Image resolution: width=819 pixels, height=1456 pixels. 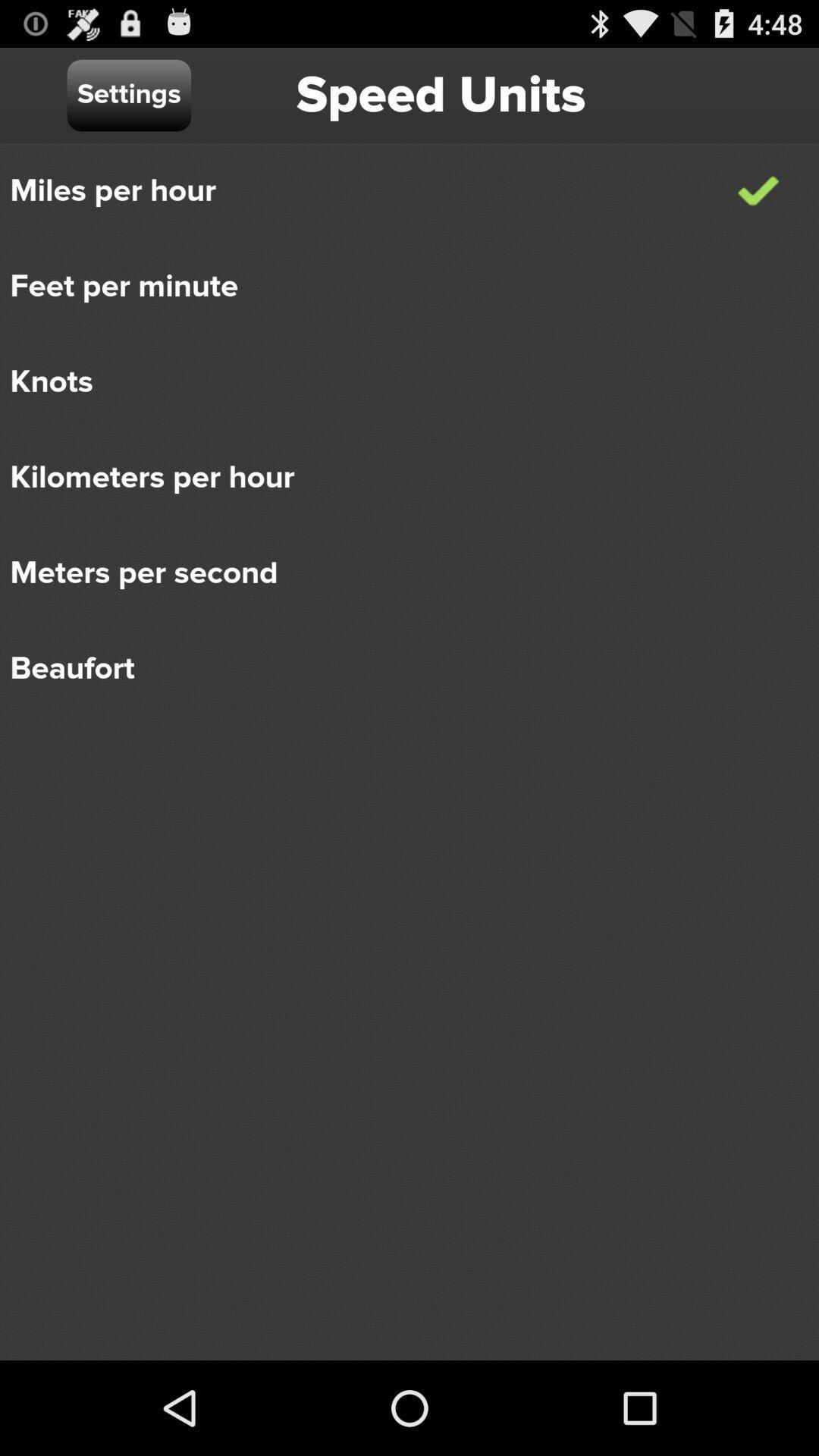 What do you see at coordinates (128, 94) in the screenshot?
I see `settings` at bounding box center [128, 94].